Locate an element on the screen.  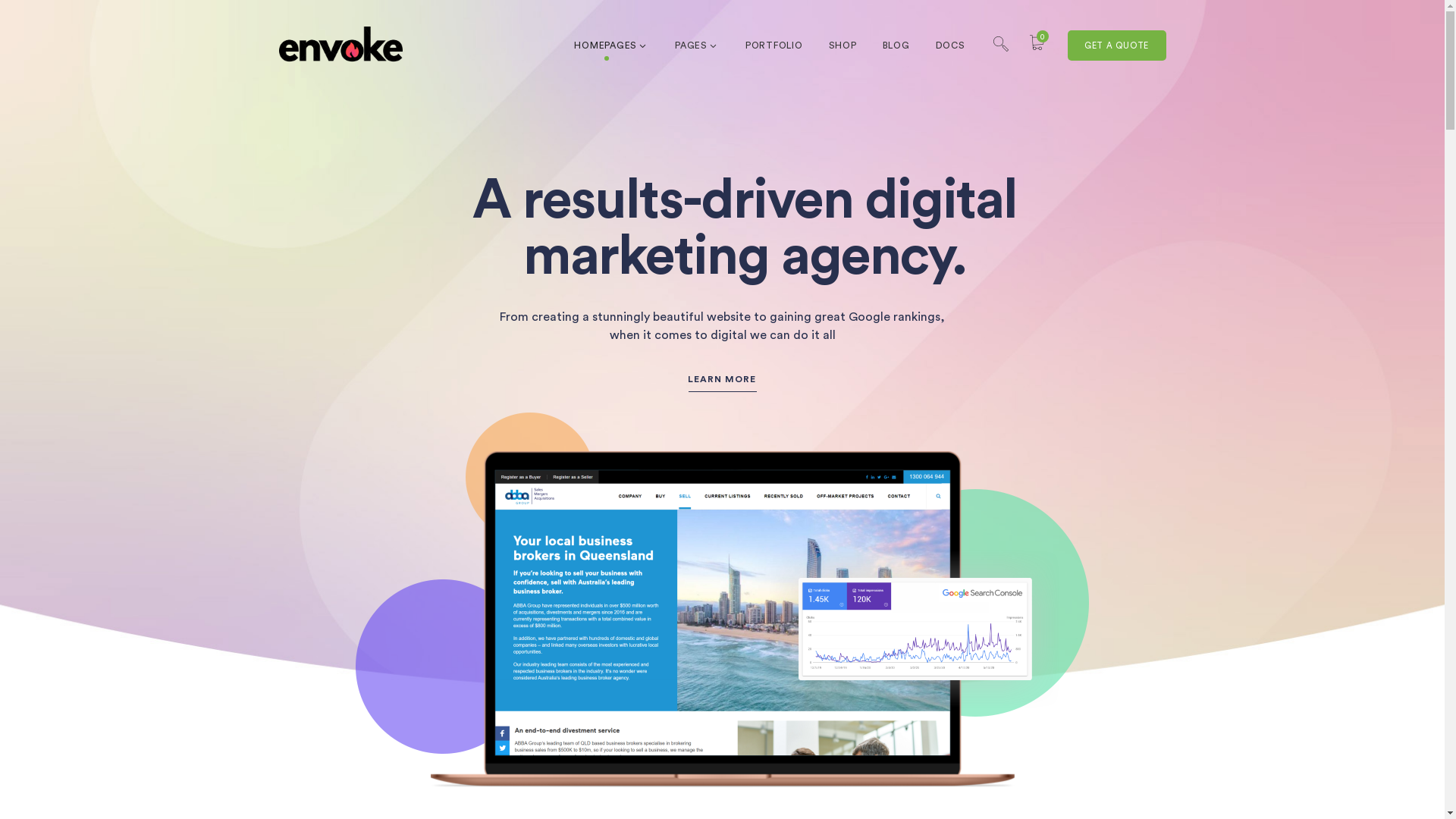
'PORTFOLIO' is located at coordinates (774, 45).